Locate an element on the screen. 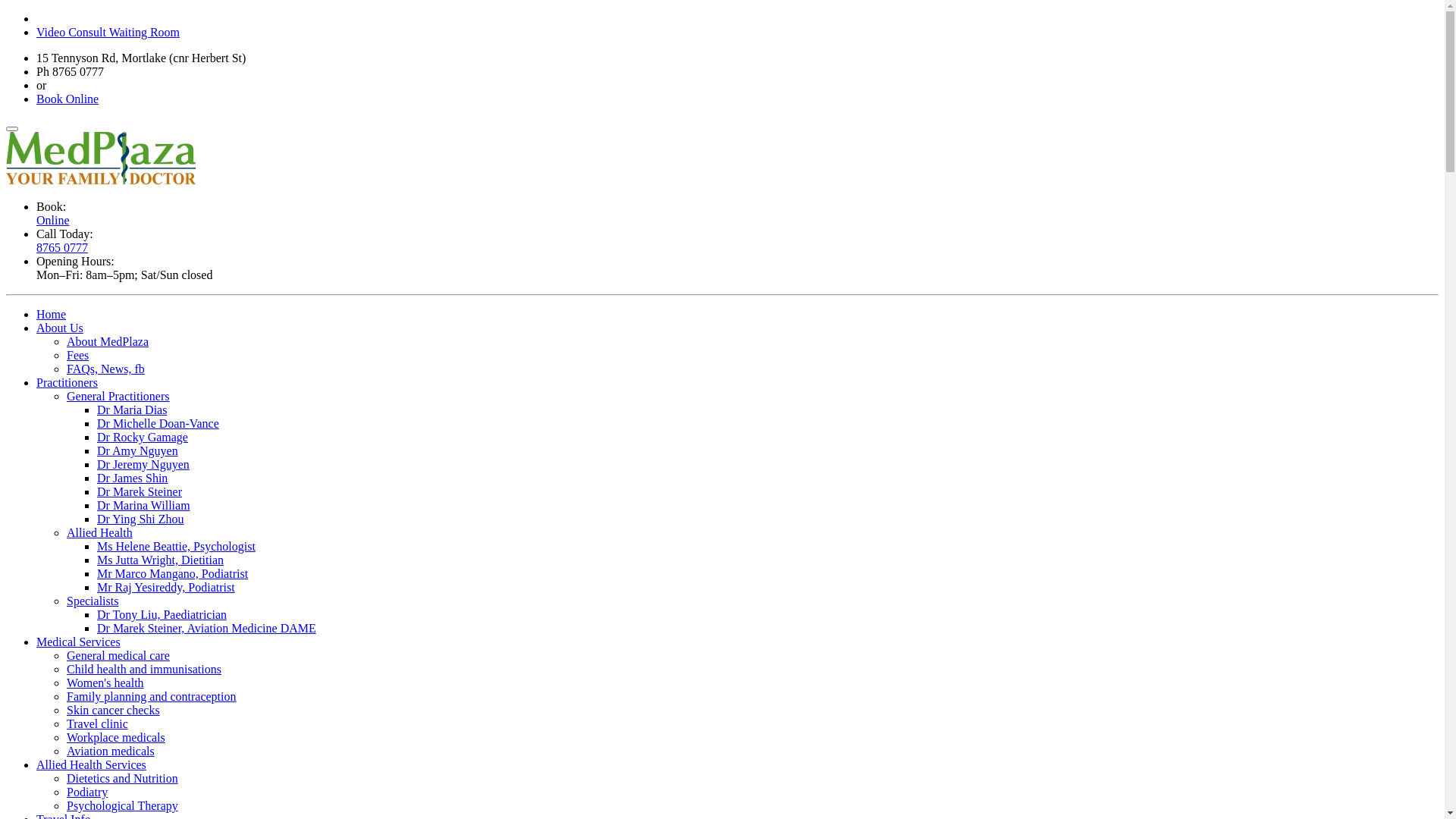  'Women's health' is located at coordinates (105, 682).